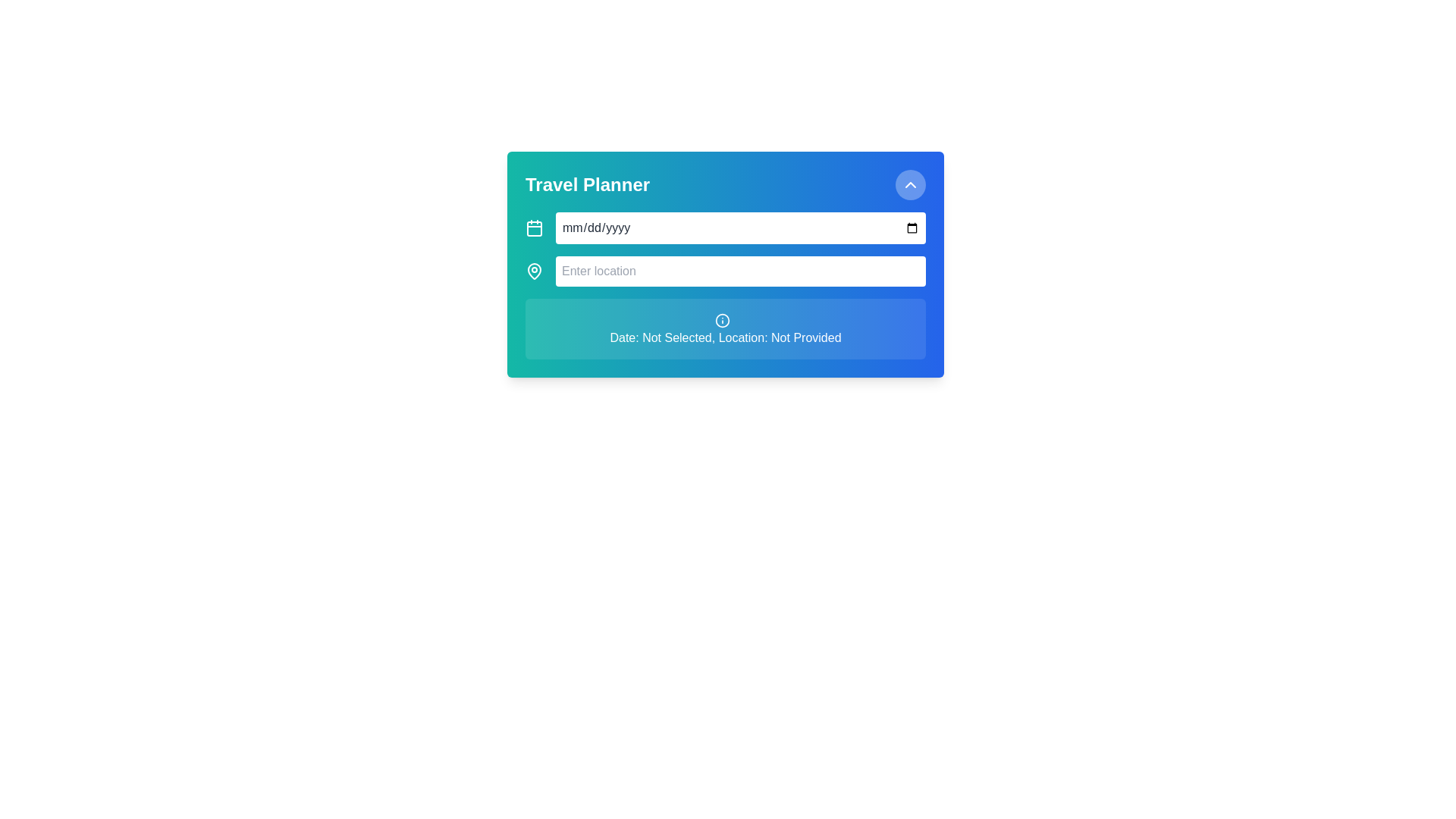 The width and height of the screenshot is (1456, 819). I want to click on the location icon positioned to the left of the 'Enter location' input field, which visually indicates that the input field is for specifying a location, so click(535, 271).